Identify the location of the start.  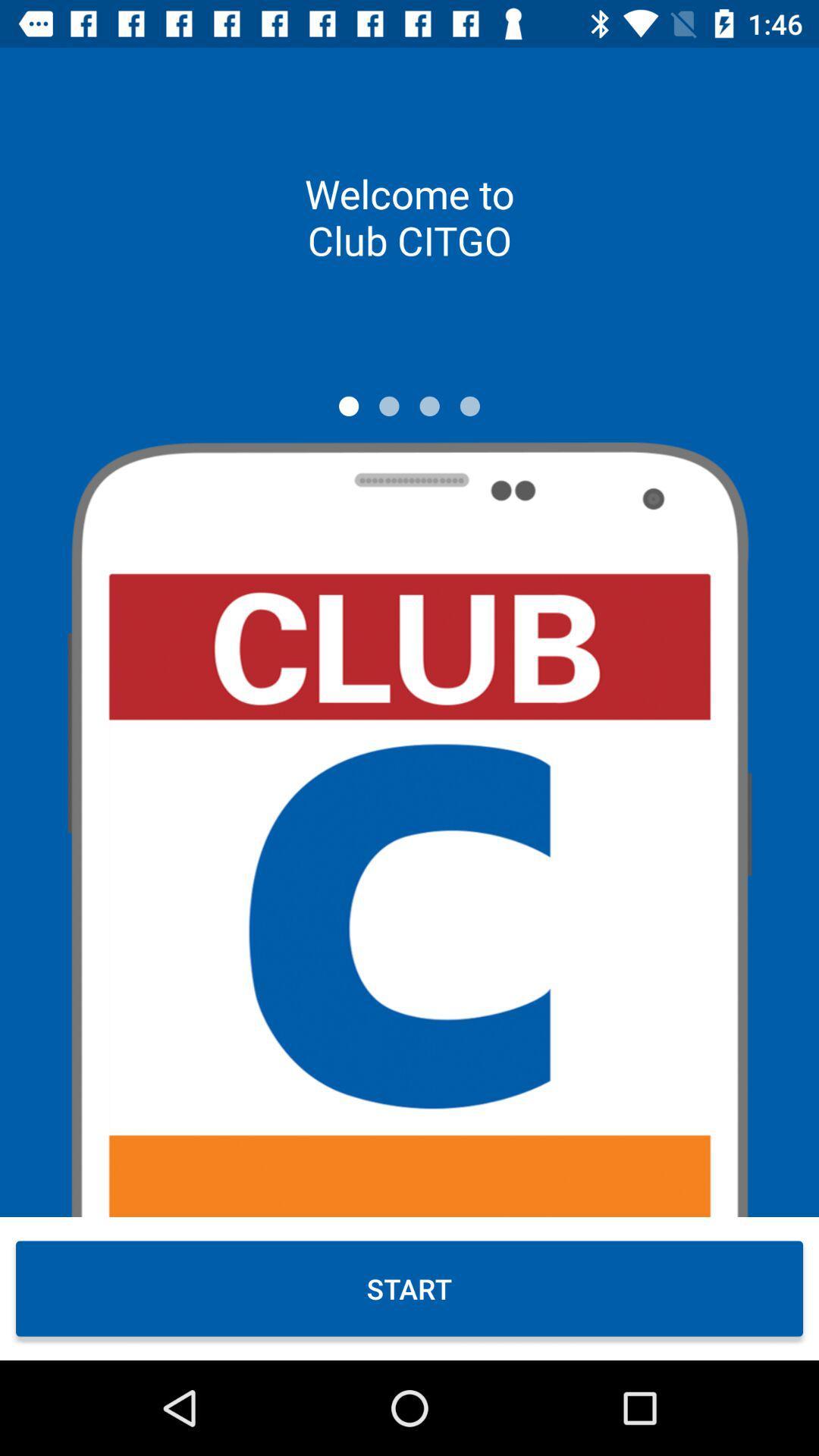
(409, 1288).